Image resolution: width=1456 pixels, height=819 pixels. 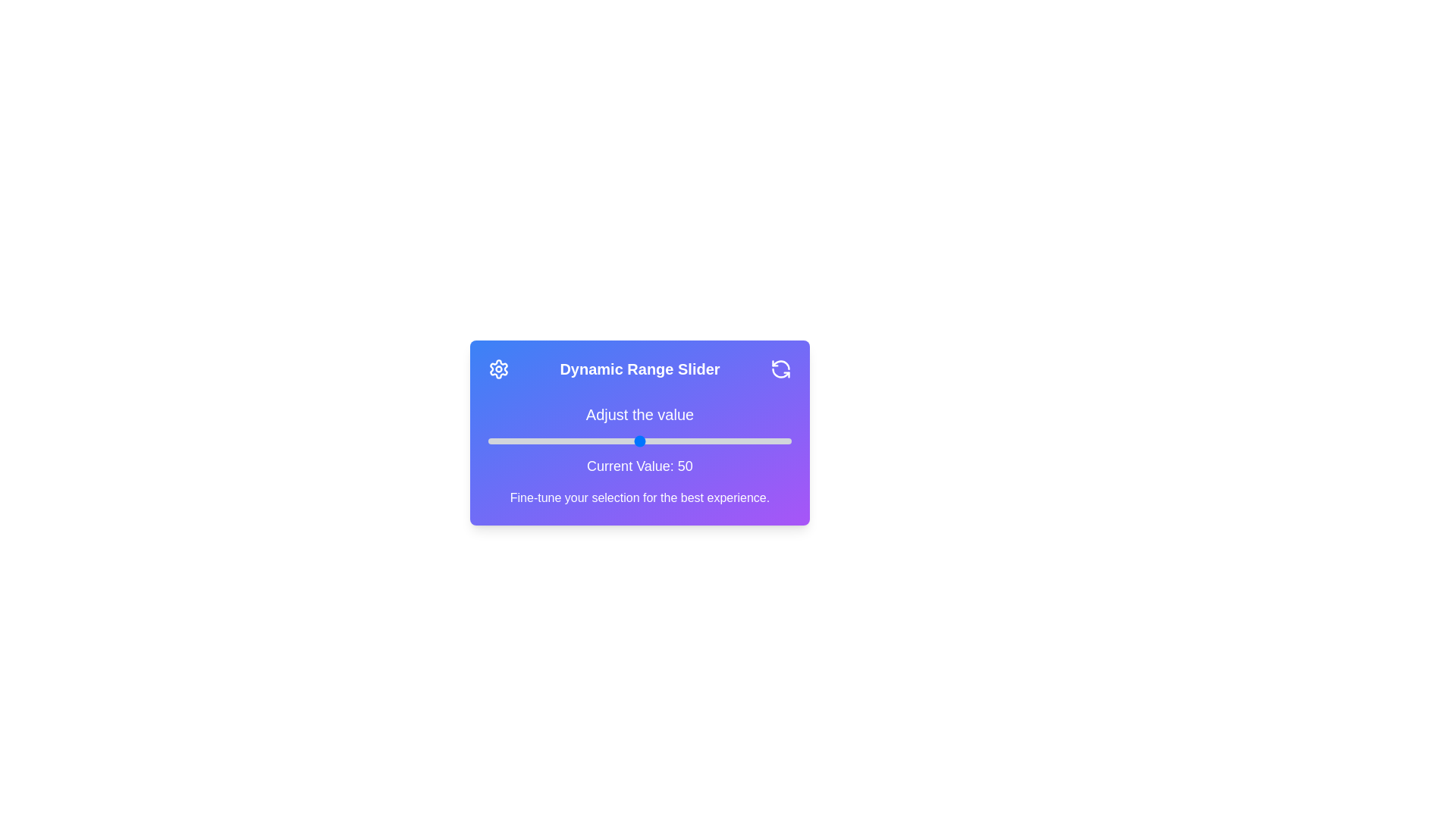 What do you see at coordinates (669, 441) in the screenshot?
I see `the slider to set the value to 60` at bounding box center [669, 441].